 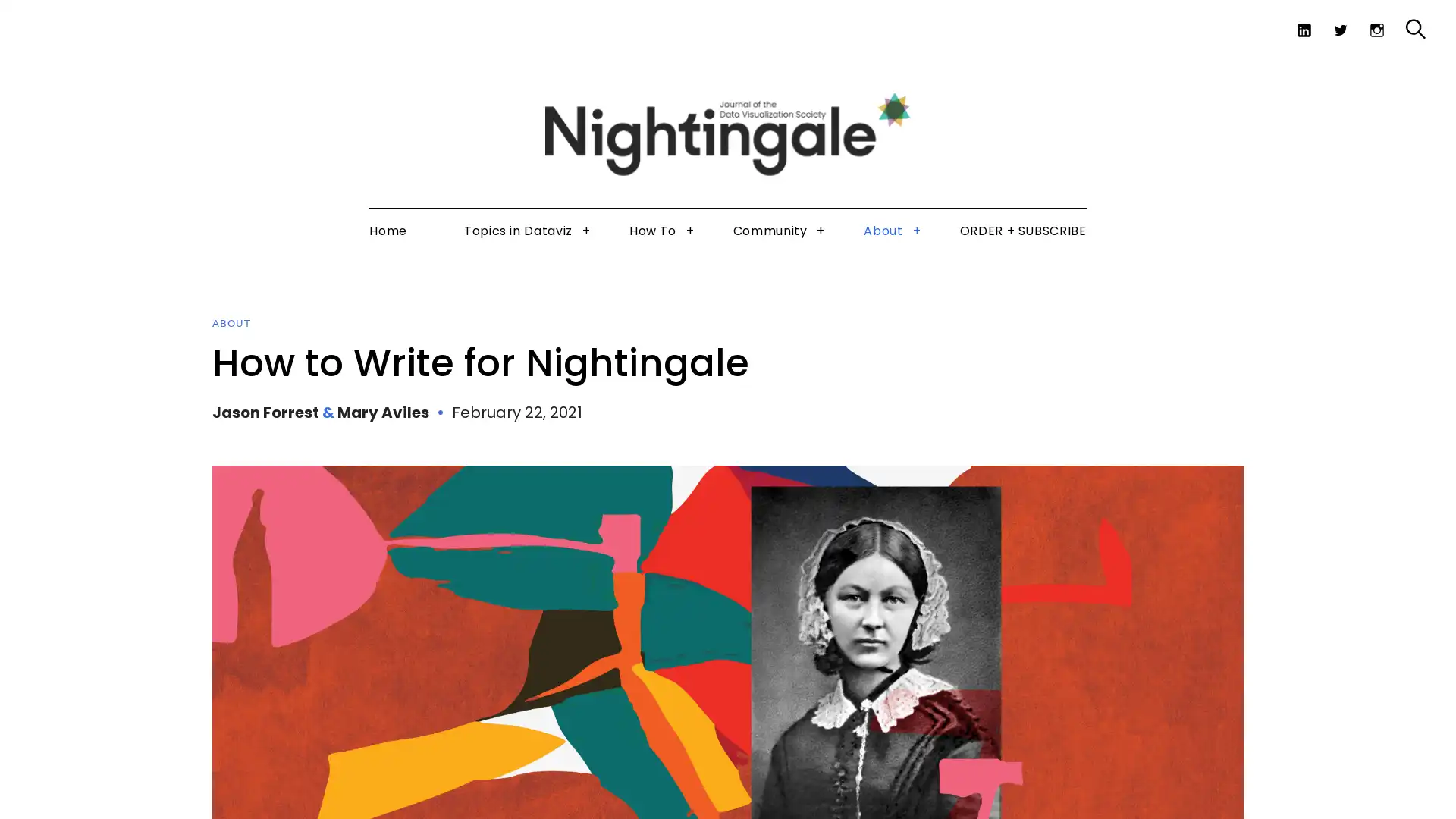 I want to click on Search, so click(x=1415, y=29).